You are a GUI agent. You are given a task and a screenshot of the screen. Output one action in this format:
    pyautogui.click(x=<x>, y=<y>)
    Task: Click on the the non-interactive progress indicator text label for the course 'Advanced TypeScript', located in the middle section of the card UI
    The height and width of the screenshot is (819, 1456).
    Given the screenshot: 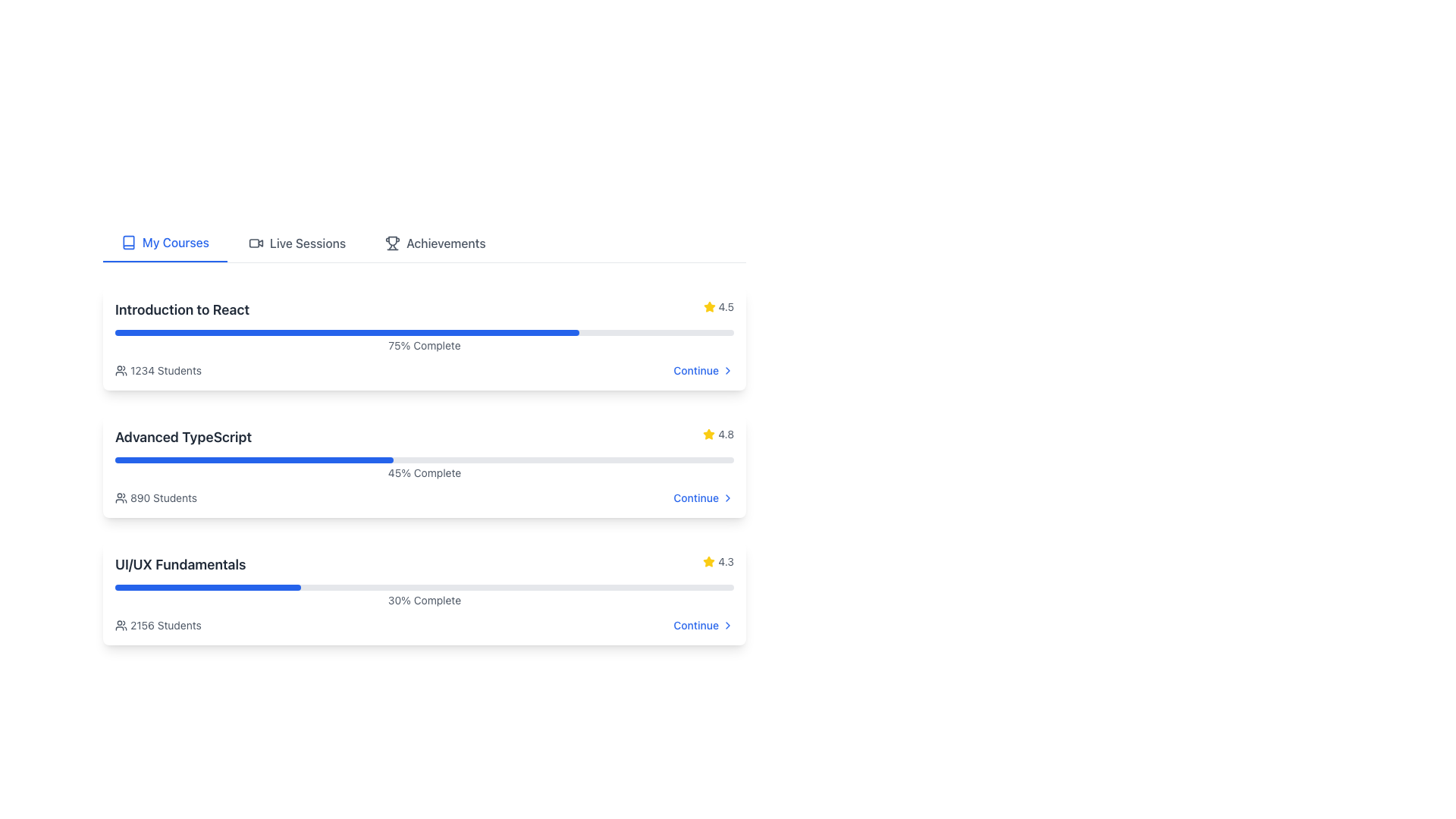 What is the action you would take?
    pyautogui.click(x=425, y=468)
    